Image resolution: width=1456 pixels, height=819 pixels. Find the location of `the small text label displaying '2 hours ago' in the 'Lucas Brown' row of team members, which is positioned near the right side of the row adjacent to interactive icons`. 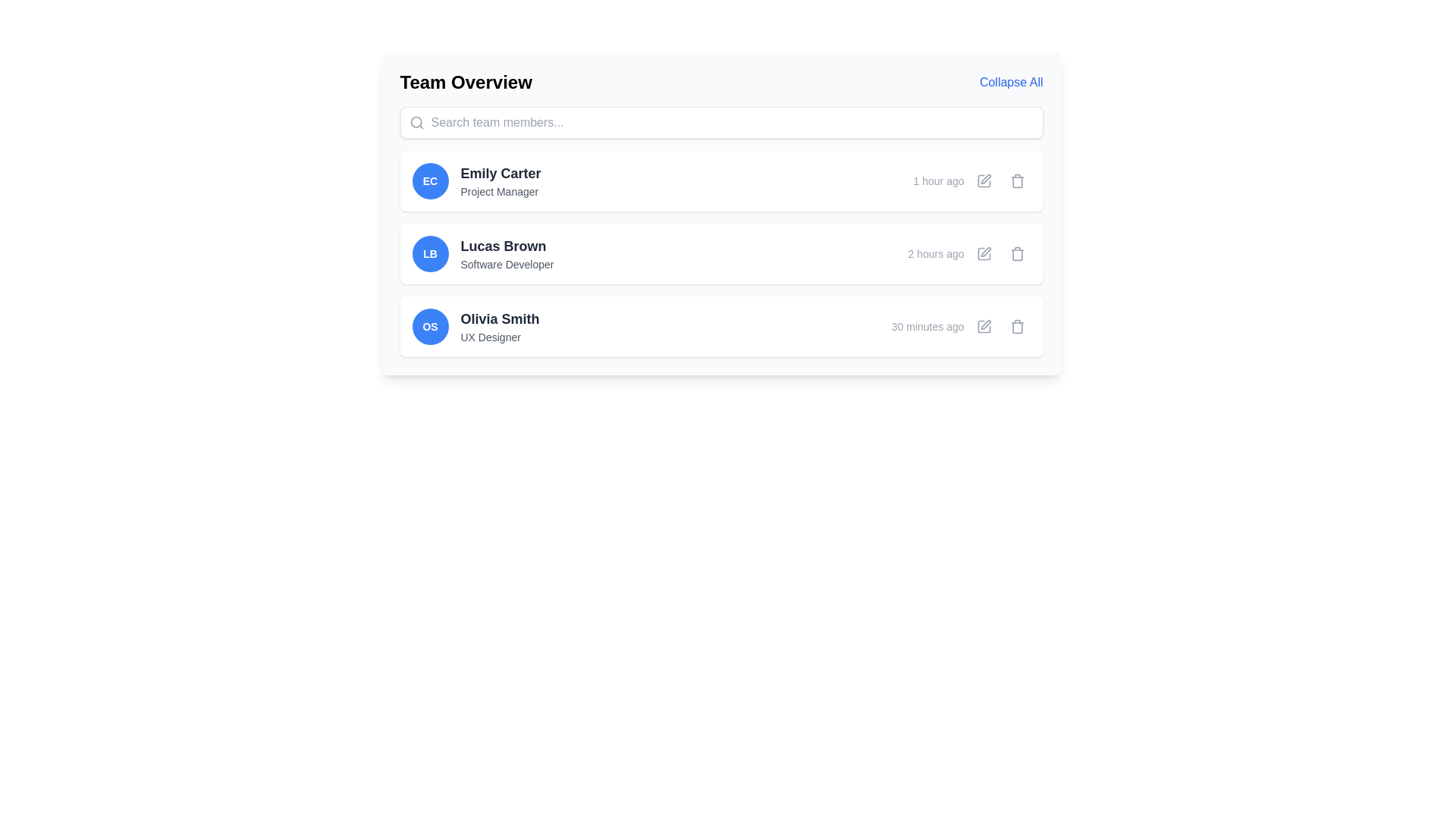

the small text label displaying '2 hours ago' in the 'Lucas Brown' row of team members, which is positioned near the right side of the row adjacent to interactive icons is located at coordinates (935, 253).